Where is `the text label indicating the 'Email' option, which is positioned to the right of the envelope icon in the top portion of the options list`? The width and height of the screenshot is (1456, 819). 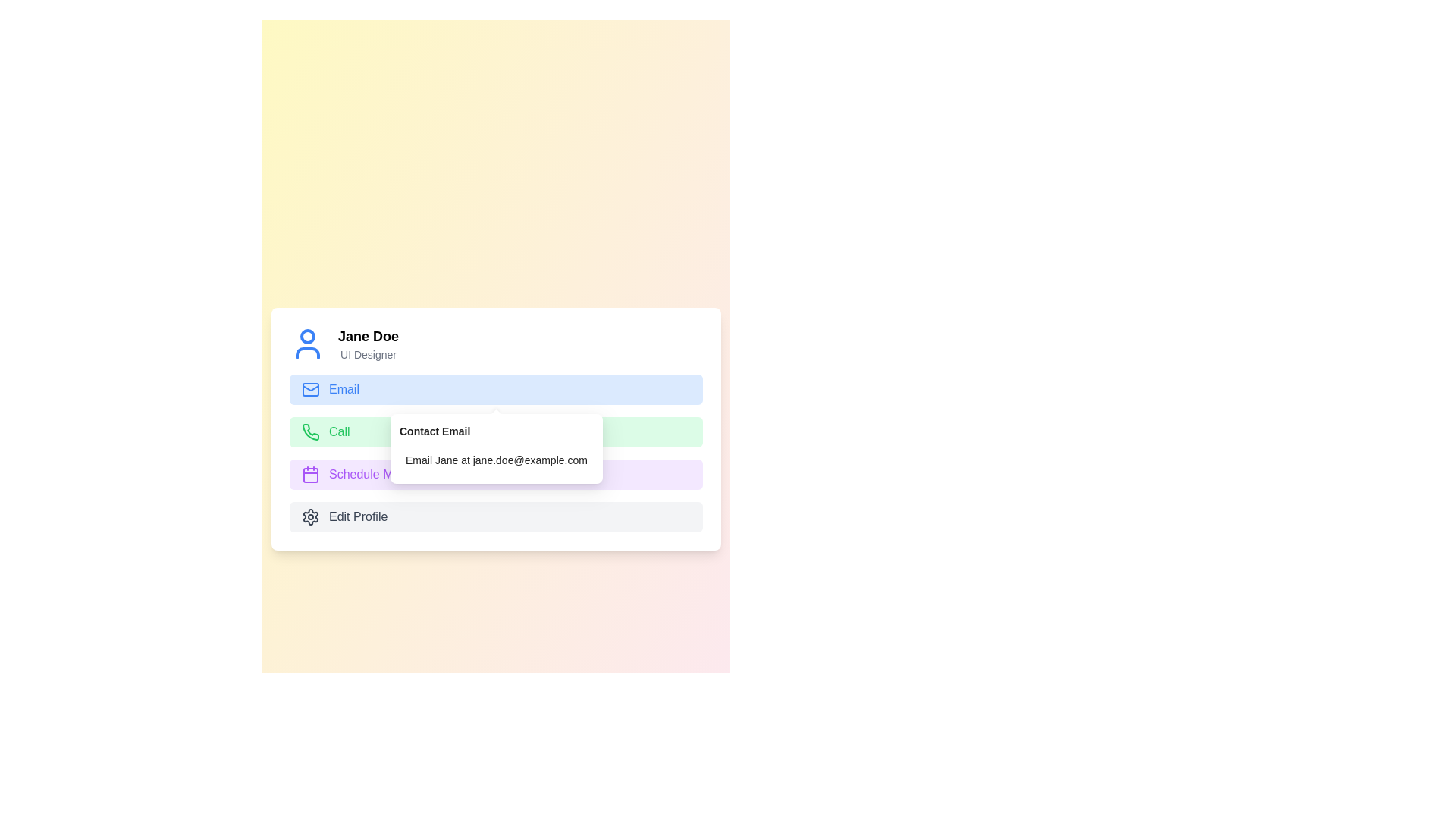 the text label indicating the 'Email' option, which is positioned to the right of the envelope icon in the top portion of the options list is located at coordinates (343, 388).